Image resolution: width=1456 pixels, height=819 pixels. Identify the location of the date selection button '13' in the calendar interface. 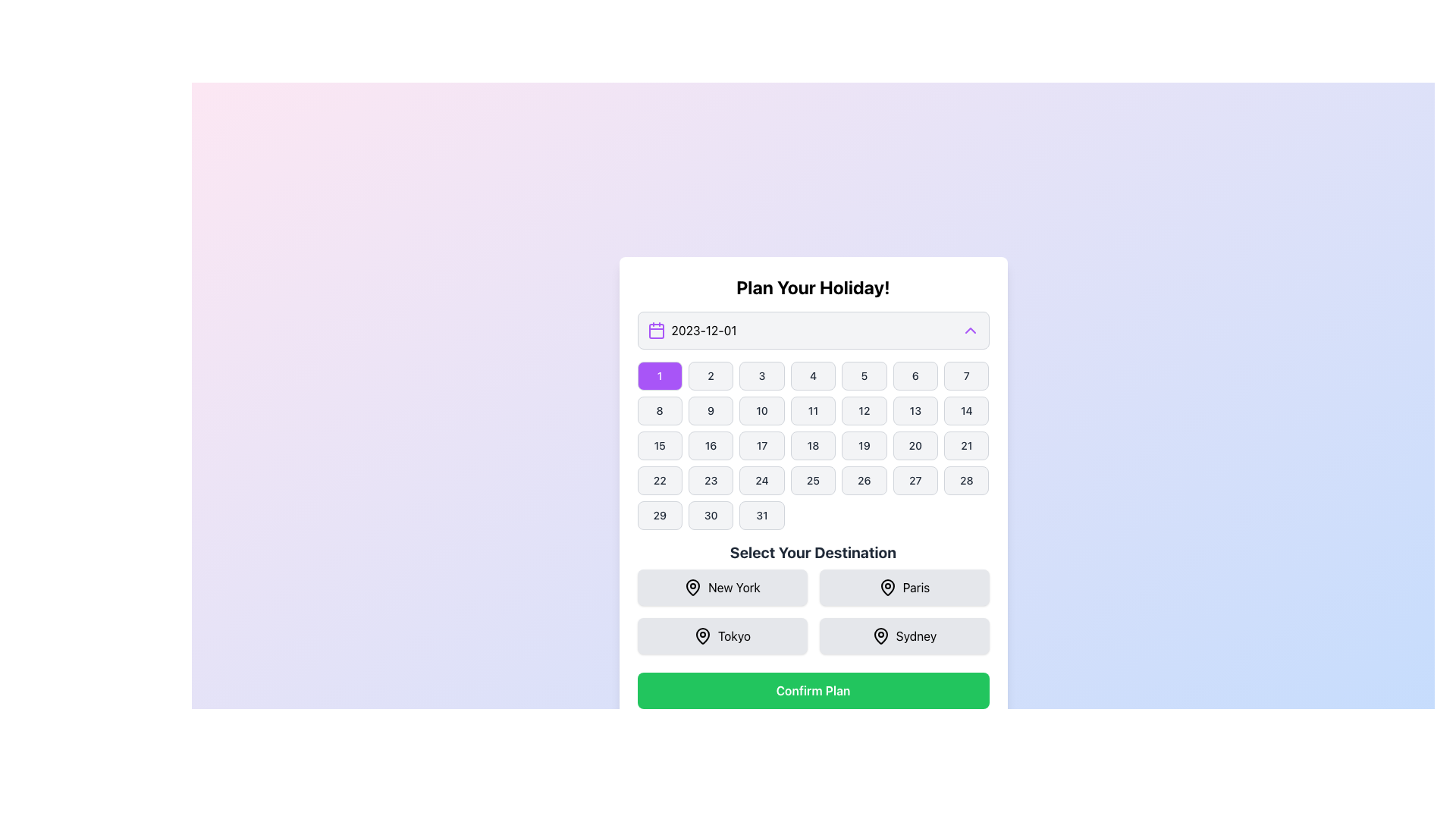
(915, 411).